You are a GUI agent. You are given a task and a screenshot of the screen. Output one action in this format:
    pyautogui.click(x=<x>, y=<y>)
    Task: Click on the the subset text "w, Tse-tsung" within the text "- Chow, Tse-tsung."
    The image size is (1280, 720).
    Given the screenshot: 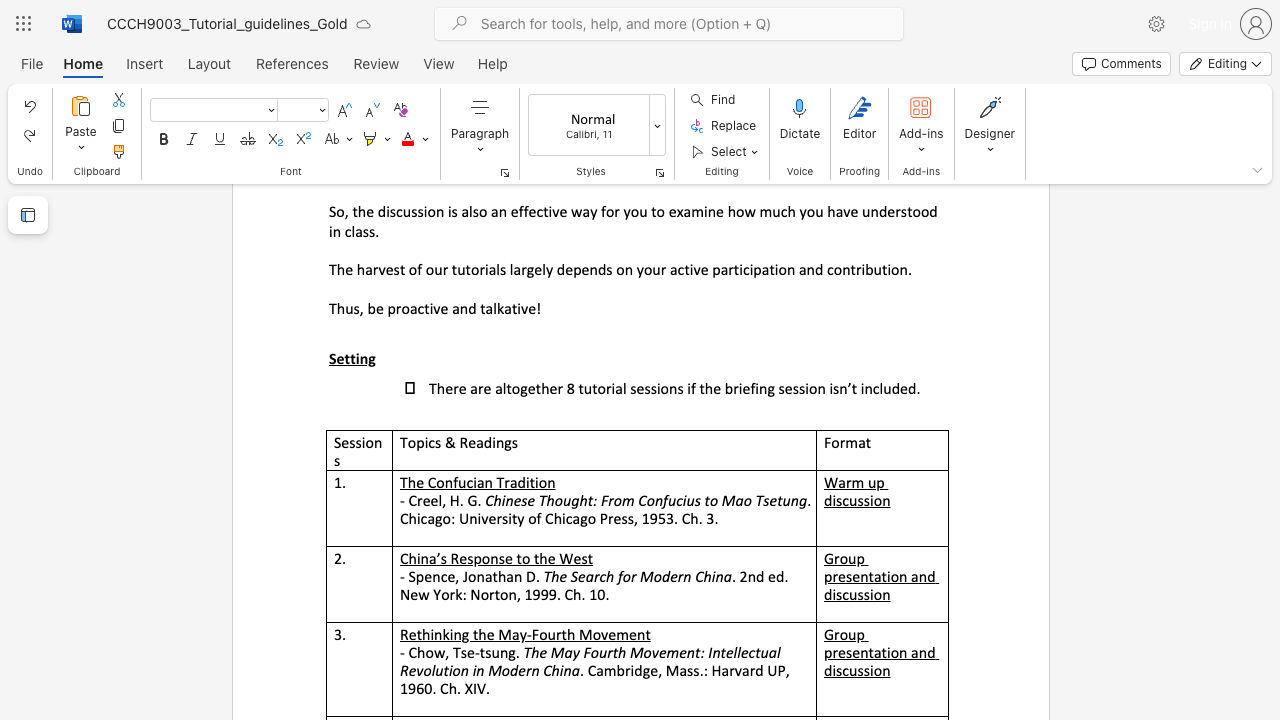 What is the action you would take?
    pyautogui.click(x=432, y=652)
    